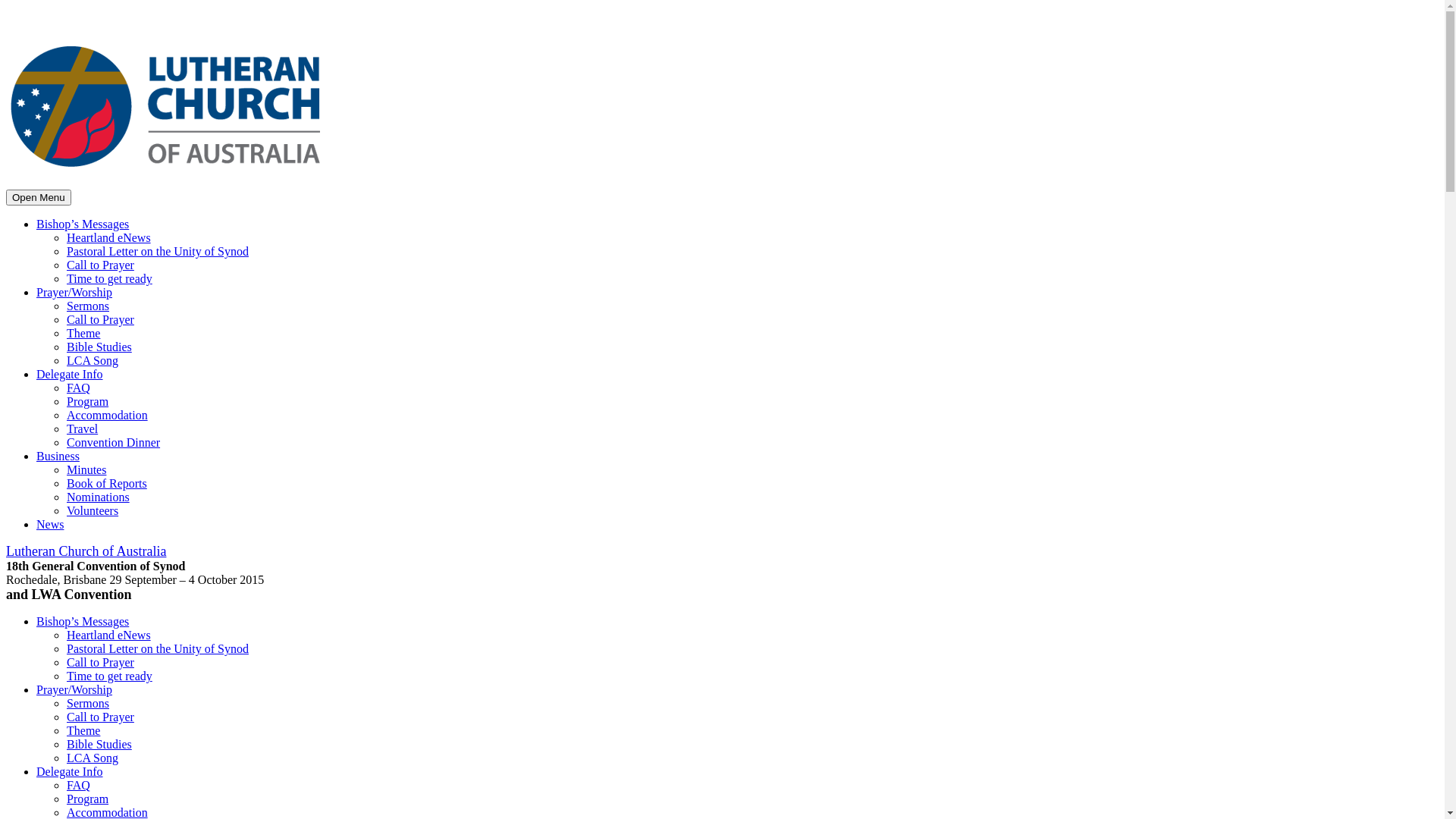 Image resolution: width=1456 pixels, height=819 pixels. Describe the element at coordinates (99, 717) in the screenshot. I see `'Call to Prayer'` at that location.